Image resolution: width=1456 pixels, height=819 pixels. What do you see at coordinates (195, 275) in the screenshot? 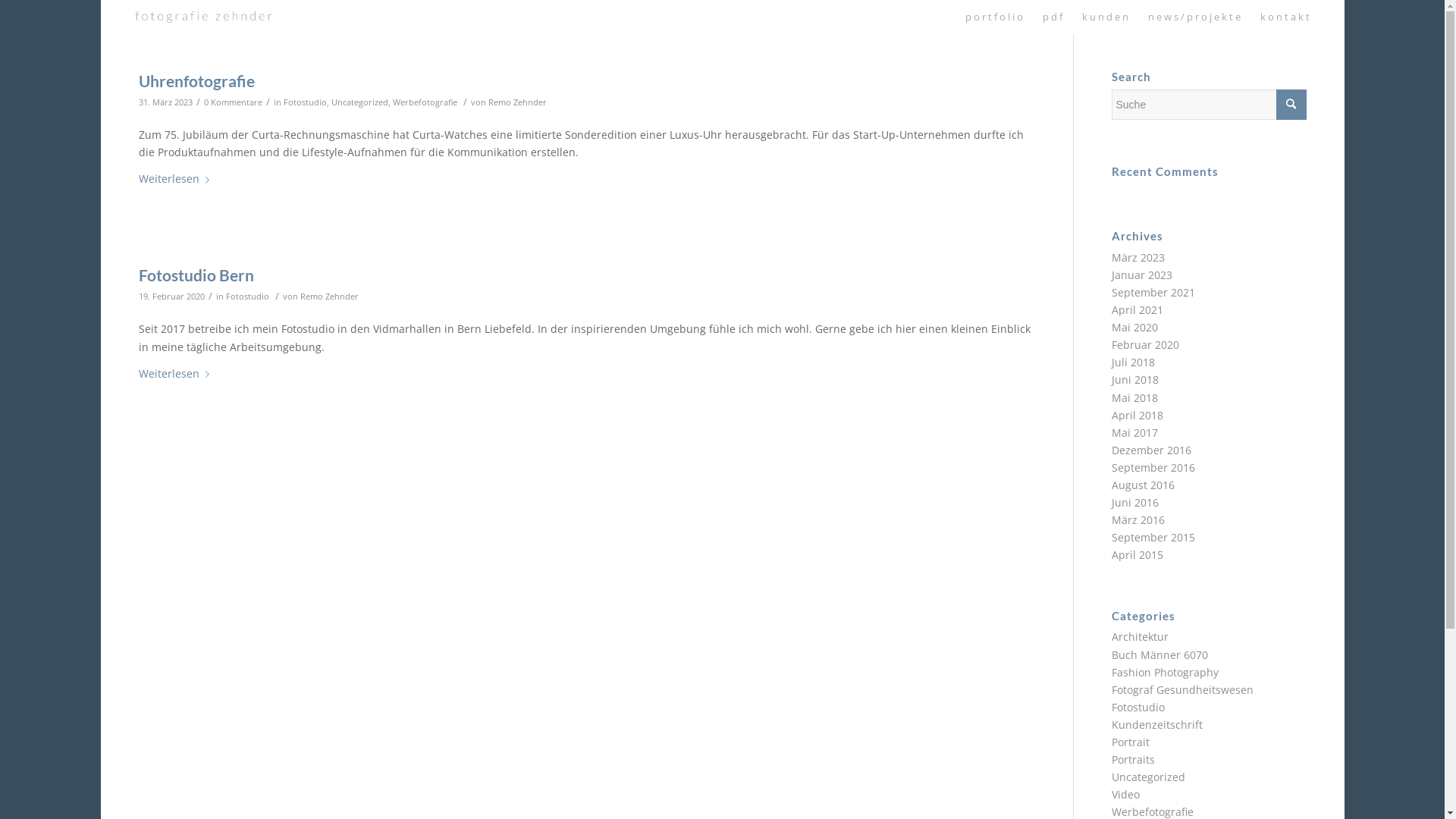
I see `'Fotostudio Bern'` at bounding box center [195, 275].